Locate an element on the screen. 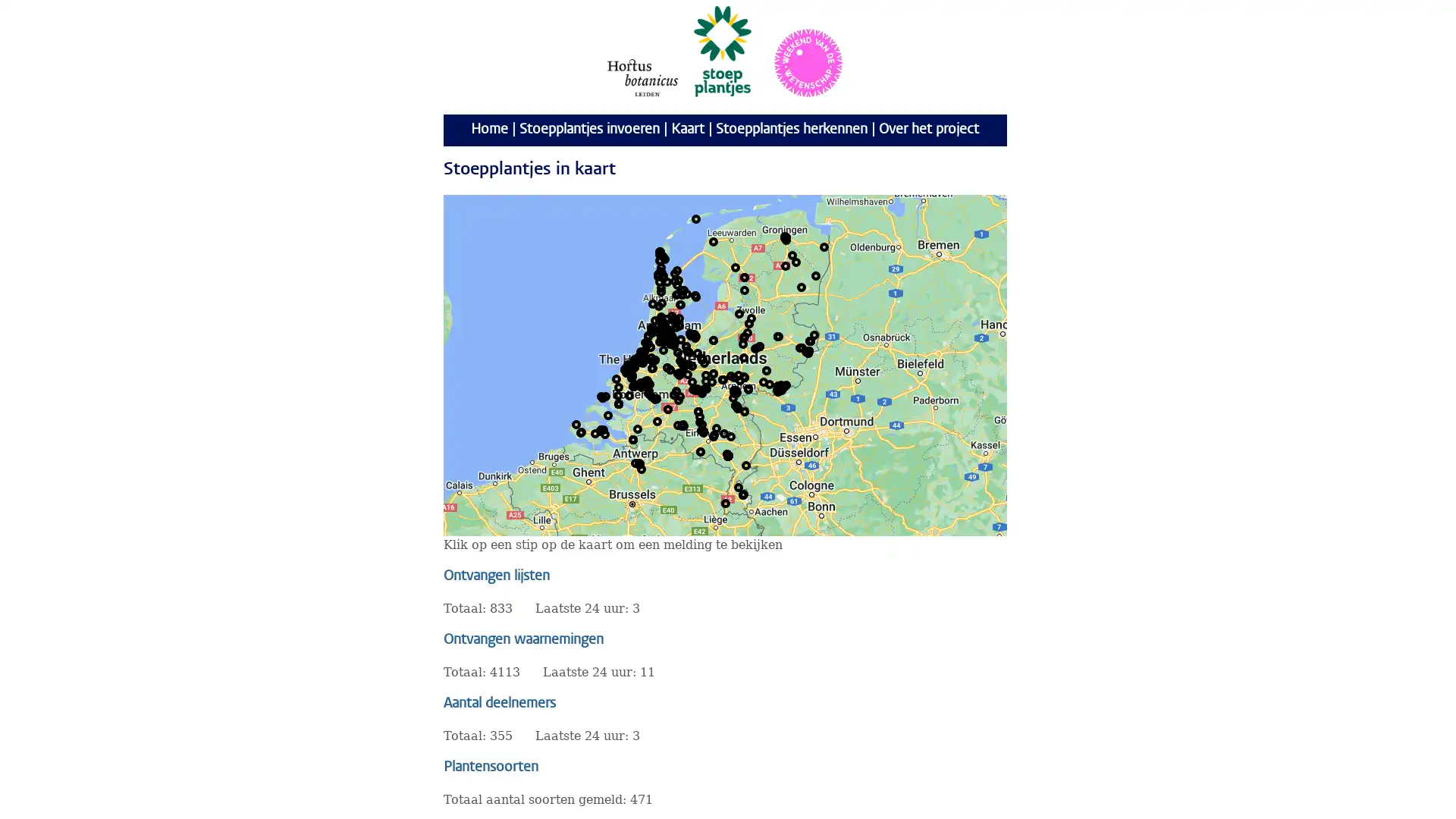 The height and width of the screenshot is (819, 1456). Telling van Annemiek Z op 18 mei 2022 is located at coordinates (630, 369).